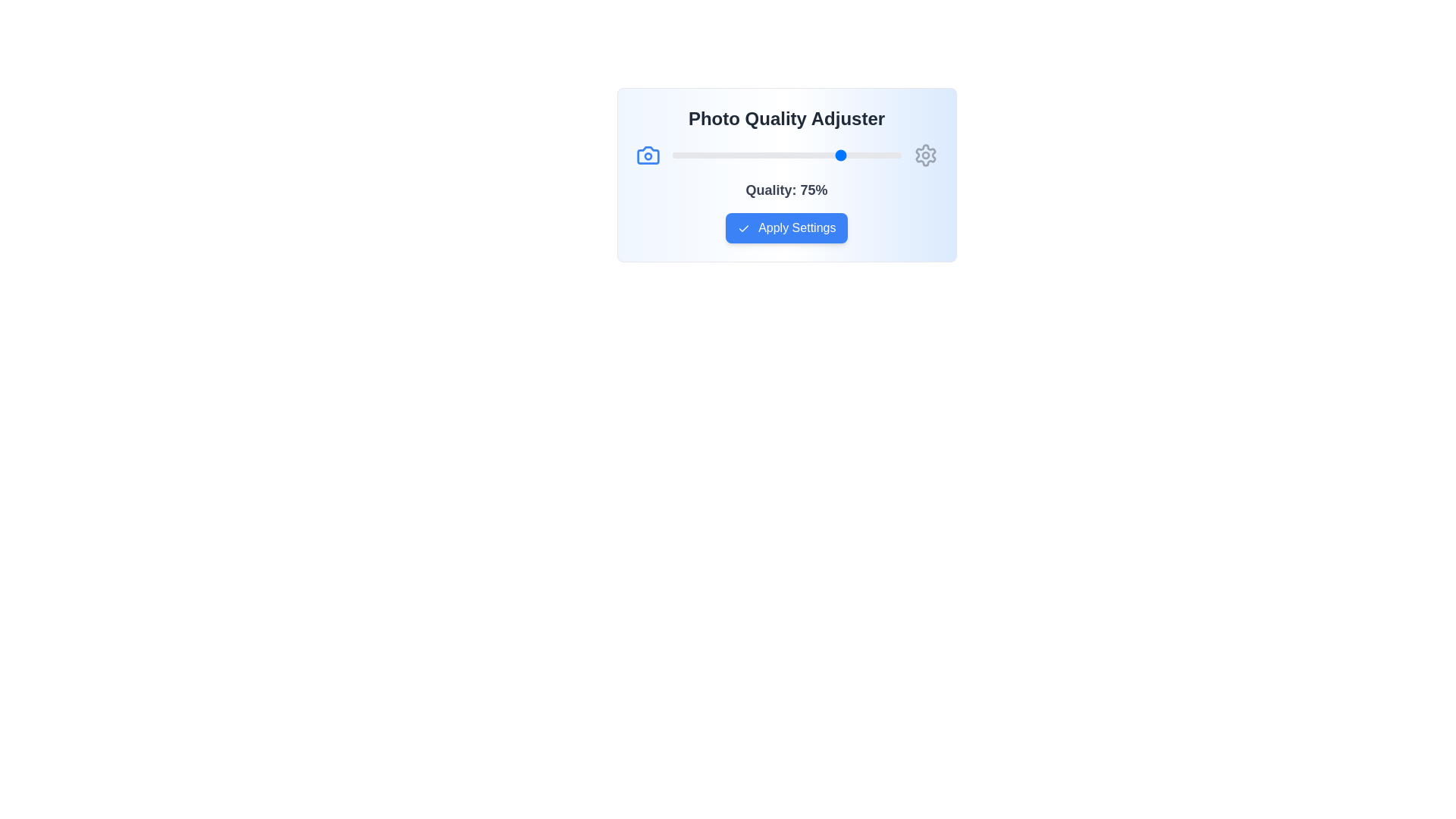  What do you see at coordinates (890, 155) in the screenshot?
I see `the photo quality slider to 95%` at bounding box center [890, 155].